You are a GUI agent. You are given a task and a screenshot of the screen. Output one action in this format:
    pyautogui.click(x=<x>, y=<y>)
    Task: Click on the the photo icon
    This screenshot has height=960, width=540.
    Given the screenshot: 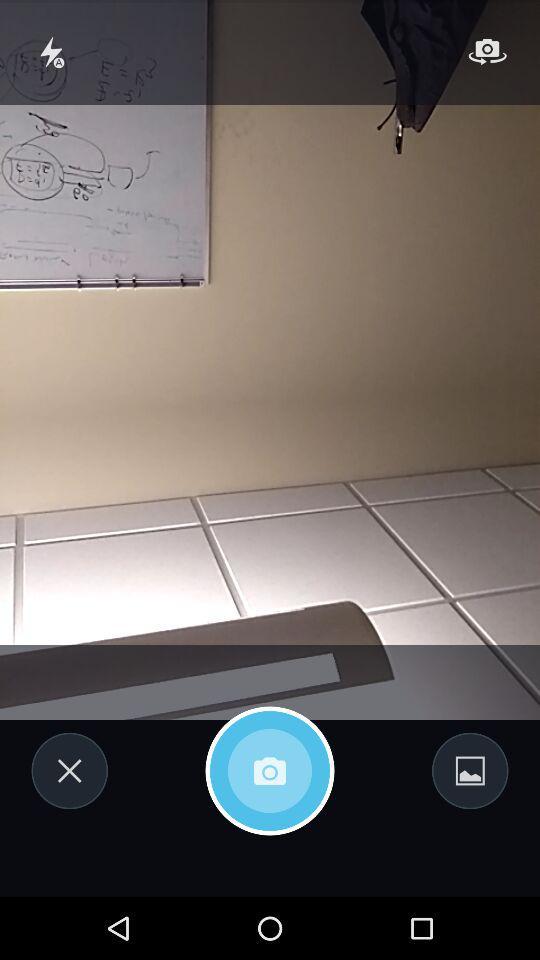 What is the action you would take?
    pyautogui.click(x=270, y=825)
    